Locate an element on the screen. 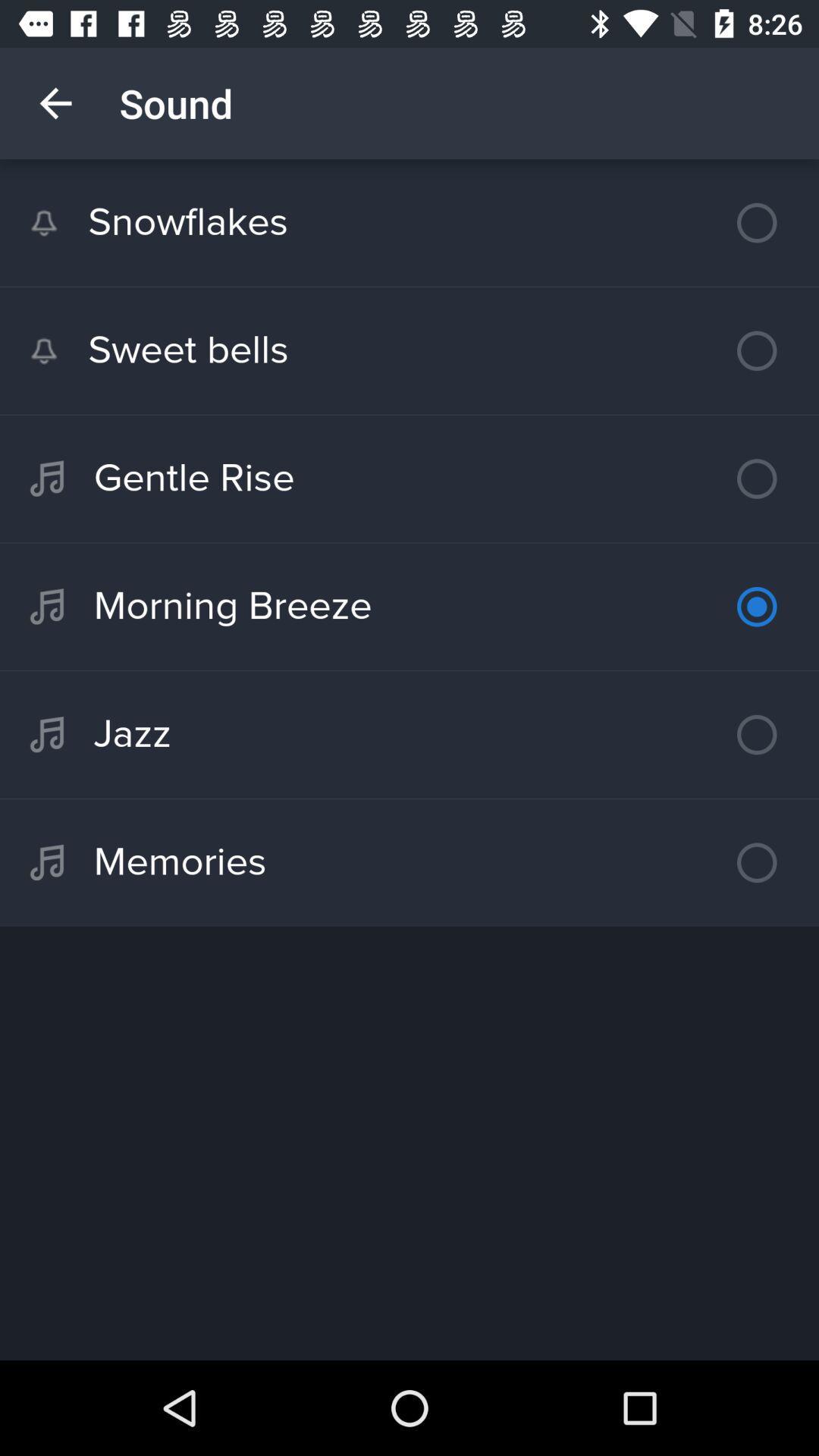 The height and width of the screenshot is (1456, 819). the snowflakes item is located at coordinates (409, 221).